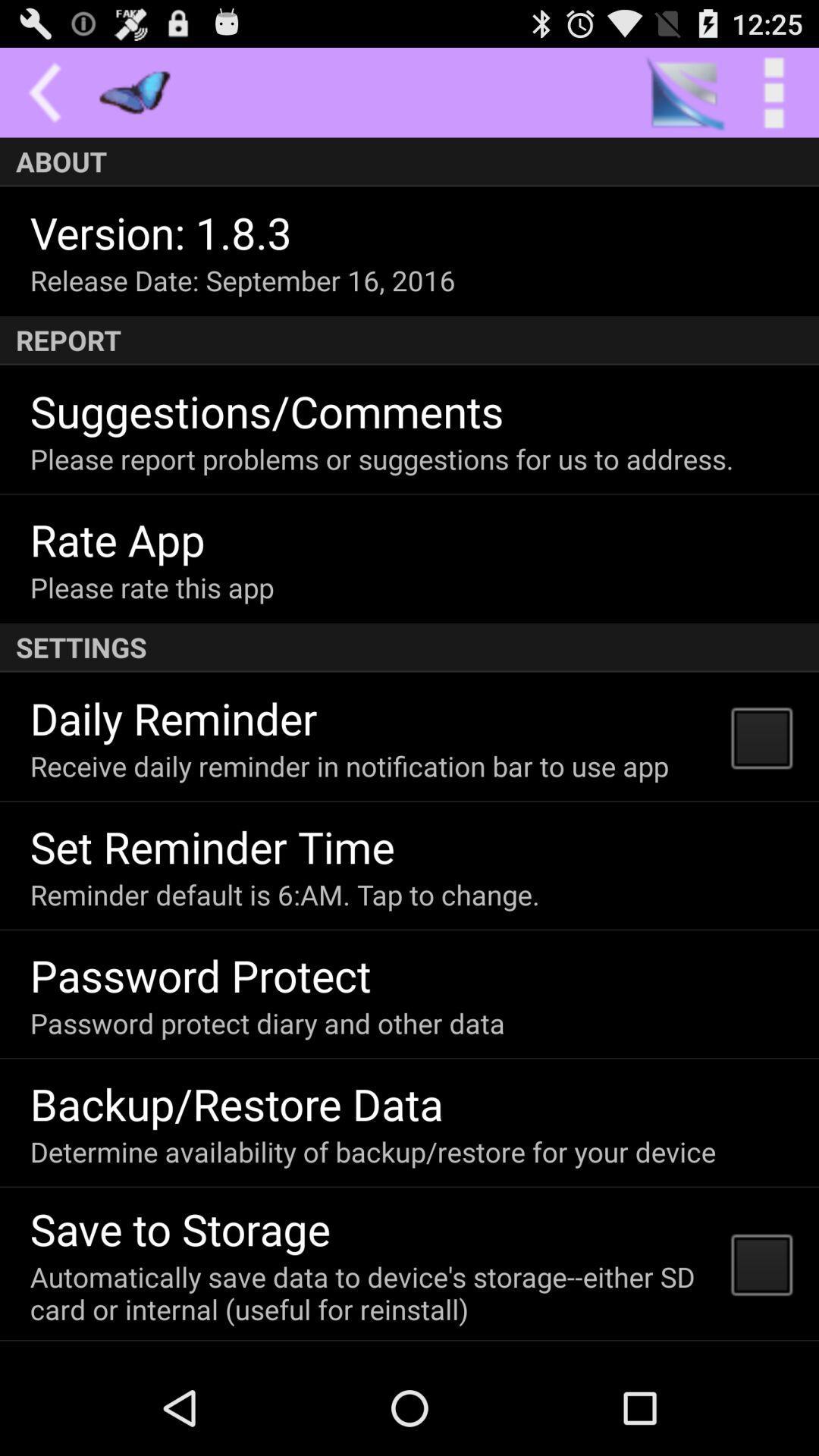 This screenshot has width=819, height=1456. What do you see at coordinates (371, 1292) in the screenshot?
I see `the app above don t send` at bounding box center [371, 1292].